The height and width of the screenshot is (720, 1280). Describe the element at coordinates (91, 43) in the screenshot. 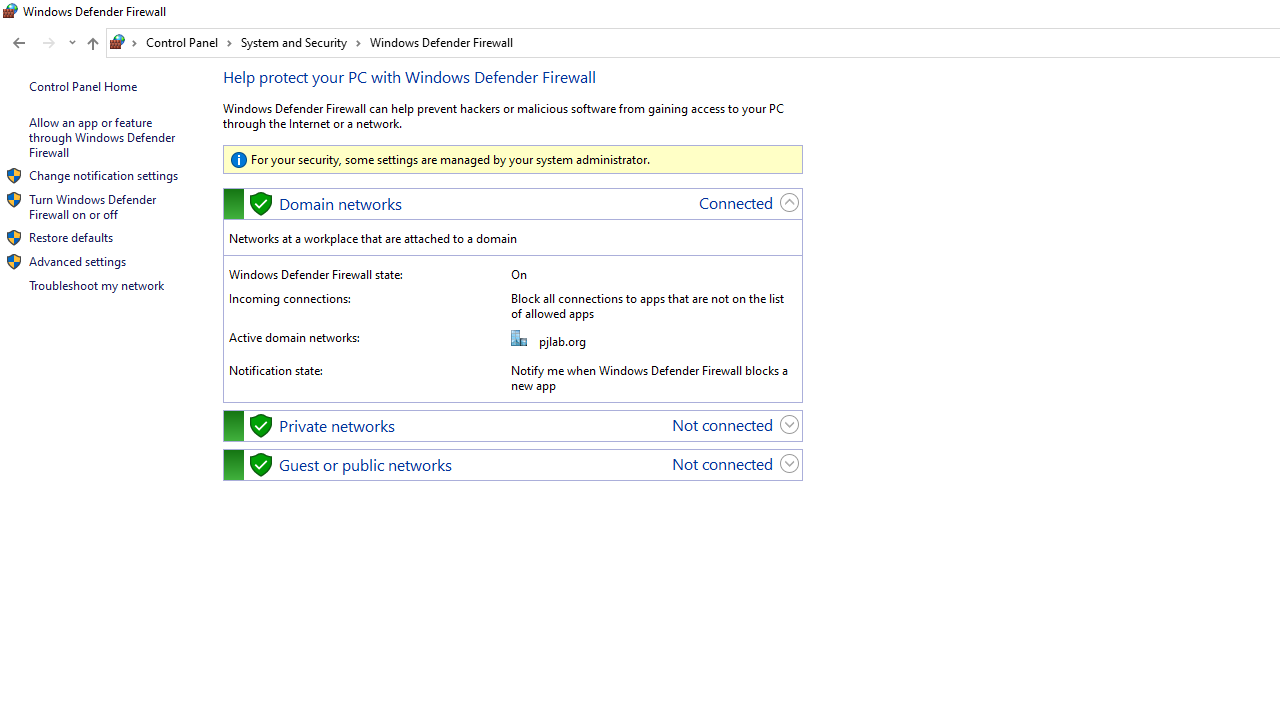

I see `'Up to "System and Security" (Alt + Up Arrow)'` at that location.